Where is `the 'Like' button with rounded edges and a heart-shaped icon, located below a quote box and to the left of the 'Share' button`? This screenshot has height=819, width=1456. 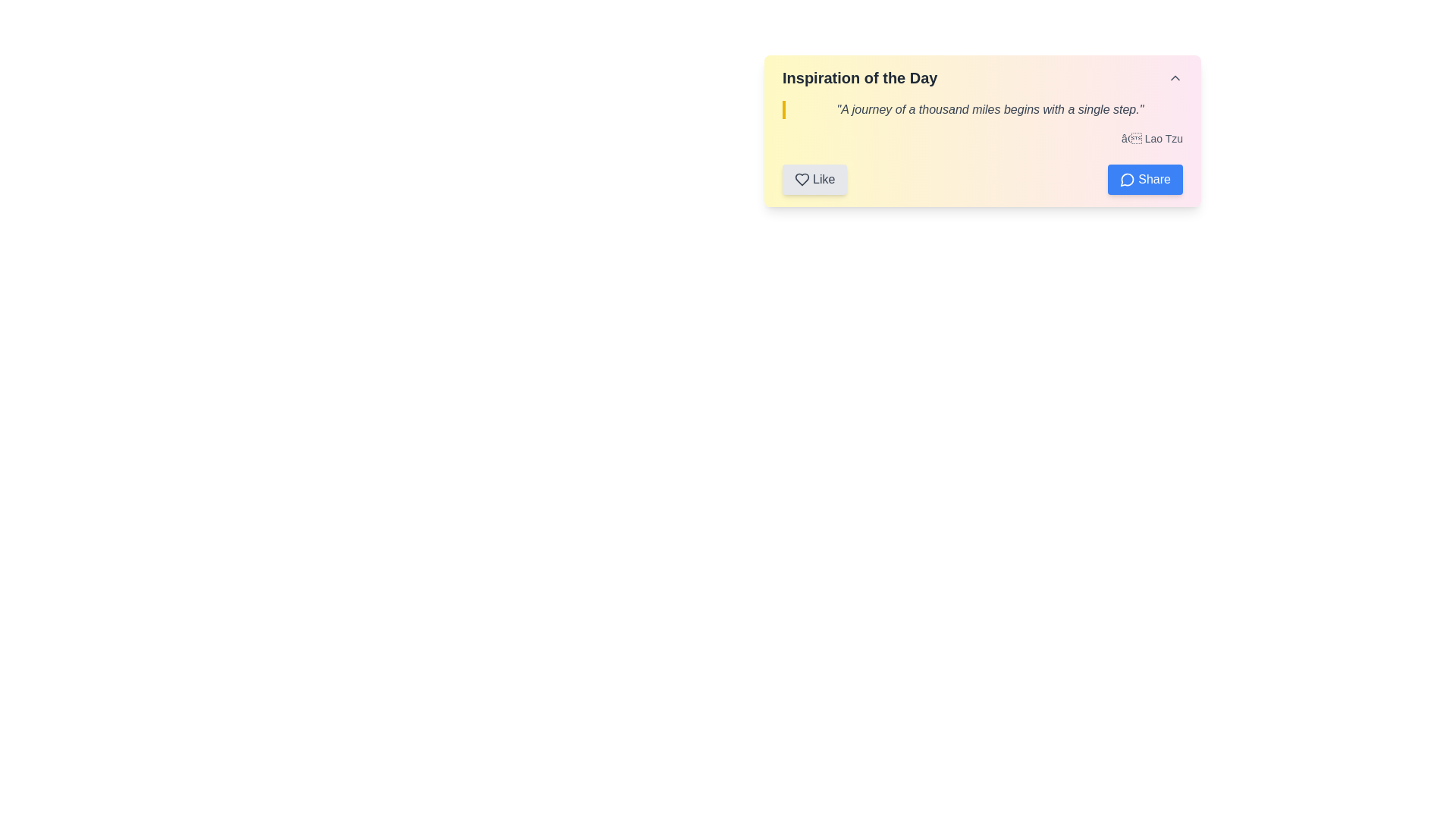
the 'Like' button with rounded edges and a heart-shaped icon, located below a quote box and to the left of the 'Share' button is located at coordinates (814, 178).